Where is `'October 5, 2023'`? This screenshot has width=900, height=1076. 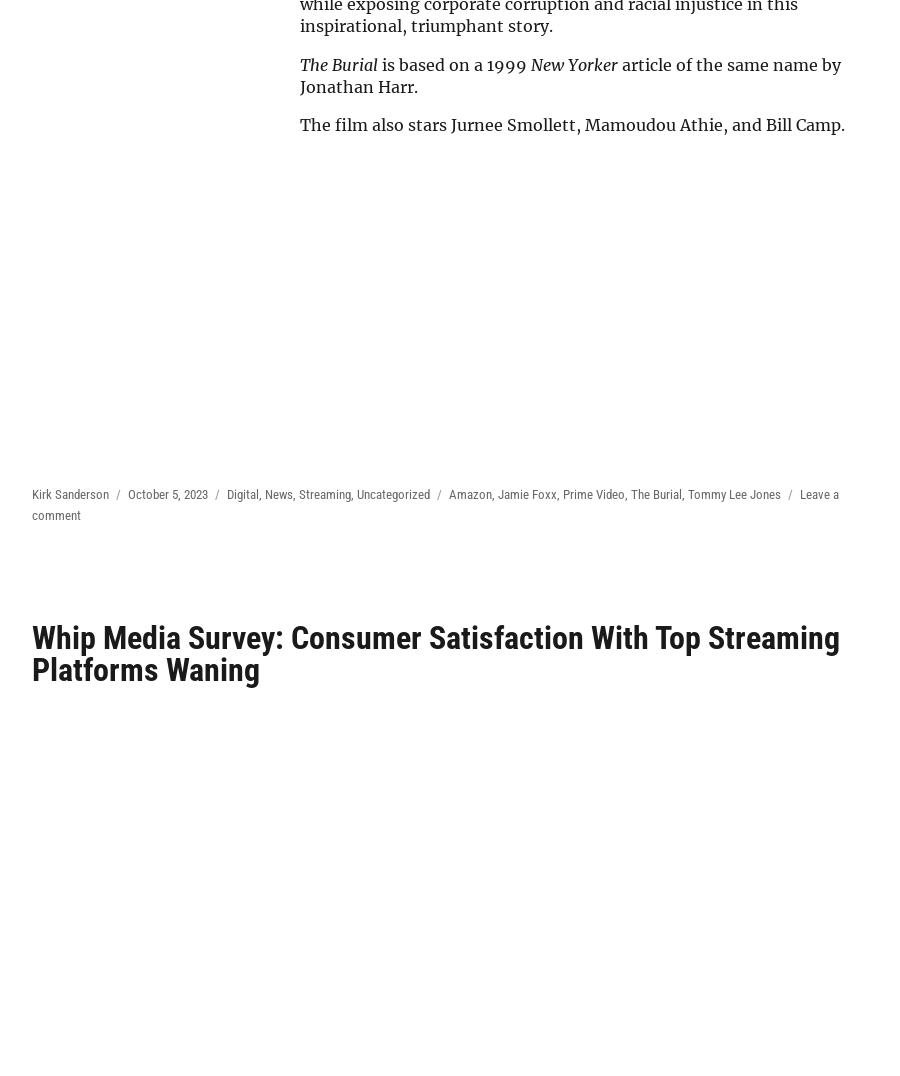 'October 5, 2023' is located at coordinates (168, 492).